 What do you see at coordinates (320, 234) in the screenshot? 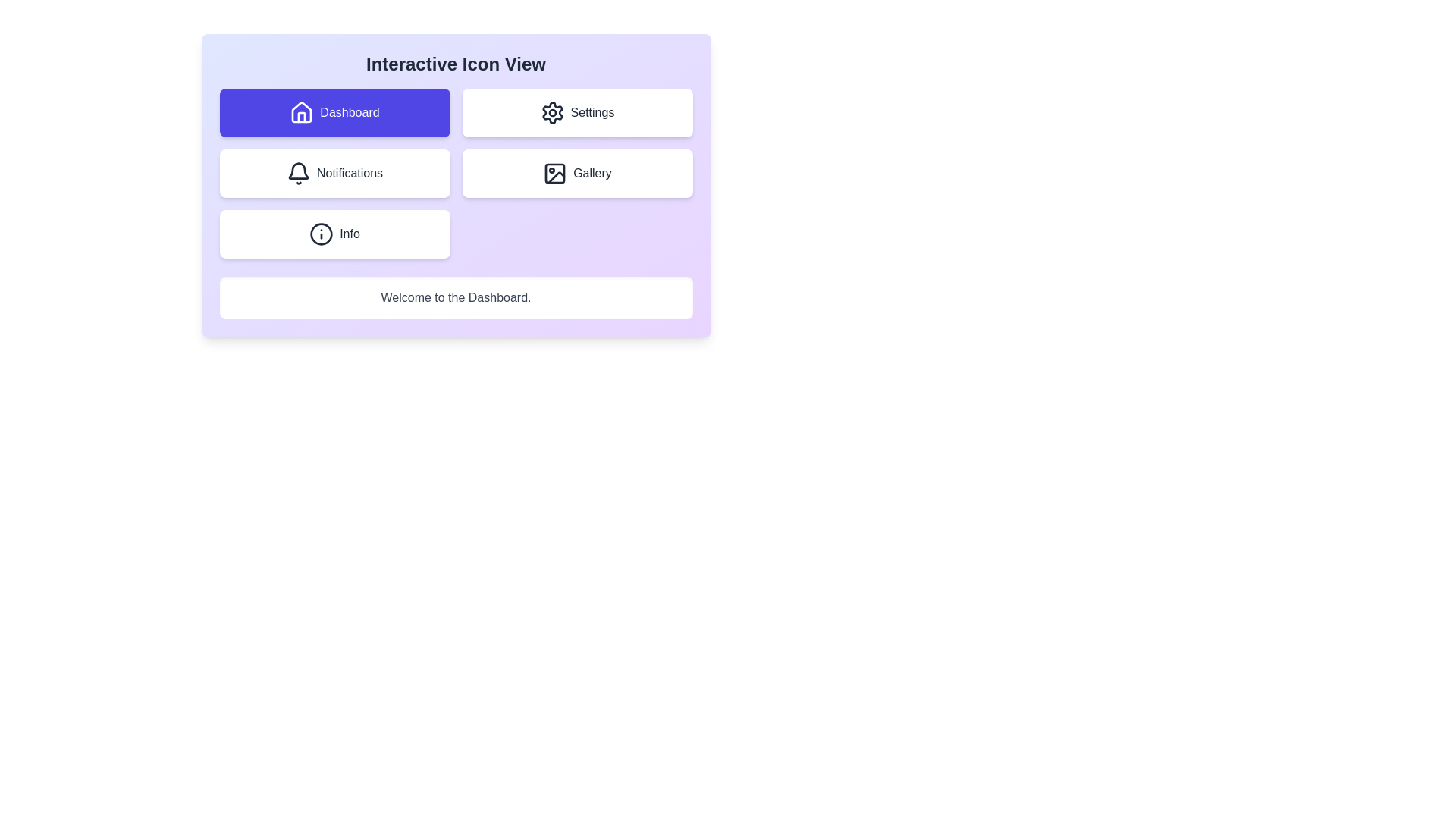
I see `the circular 'Info' icon located immediately to the left of the 'Info' text label in the interactive panel` at bounding box center [320, 234].